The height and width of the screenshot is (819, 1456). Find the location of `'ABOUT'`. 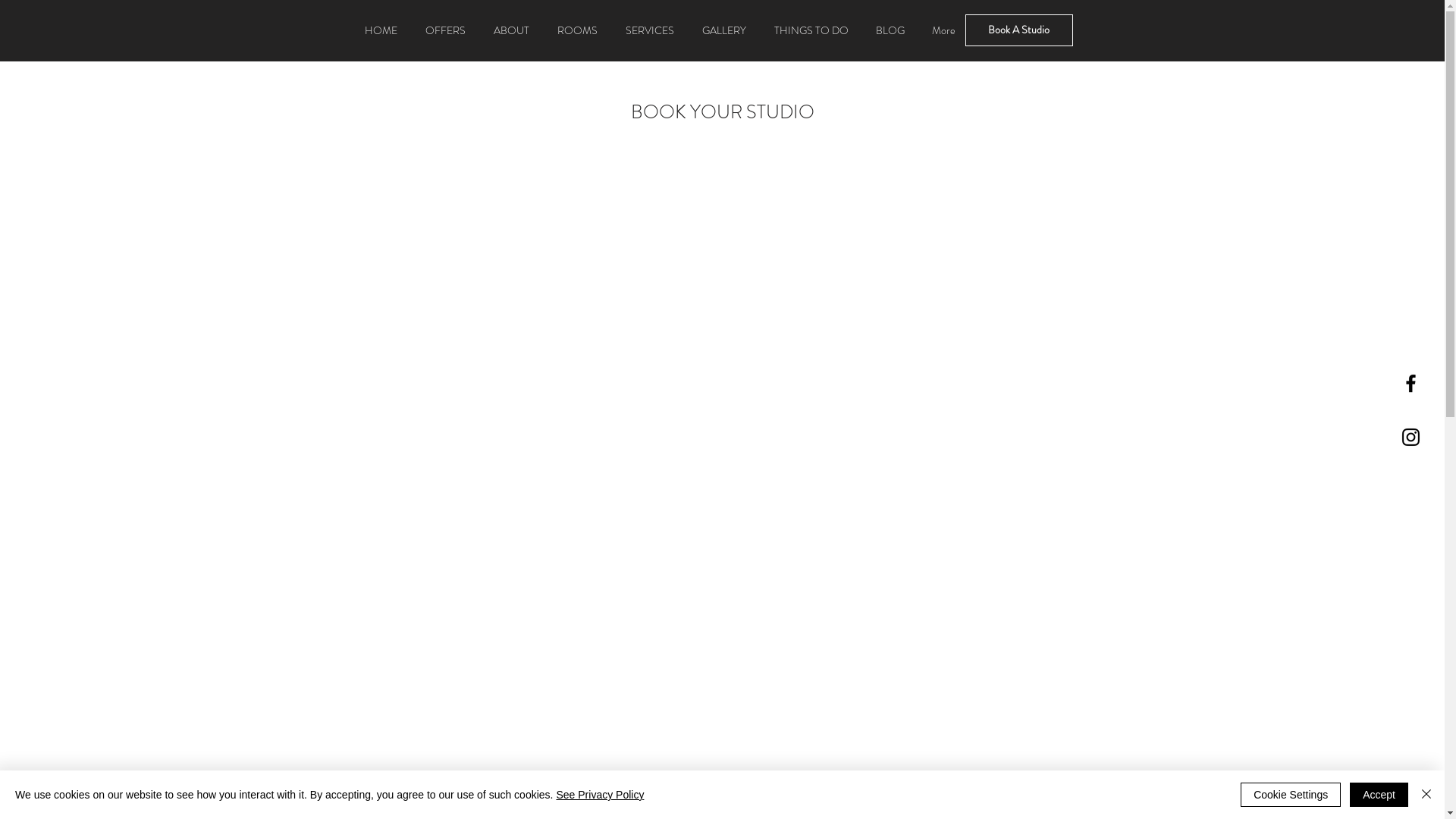

'ABOUT' is located at coordinates (510, 30).